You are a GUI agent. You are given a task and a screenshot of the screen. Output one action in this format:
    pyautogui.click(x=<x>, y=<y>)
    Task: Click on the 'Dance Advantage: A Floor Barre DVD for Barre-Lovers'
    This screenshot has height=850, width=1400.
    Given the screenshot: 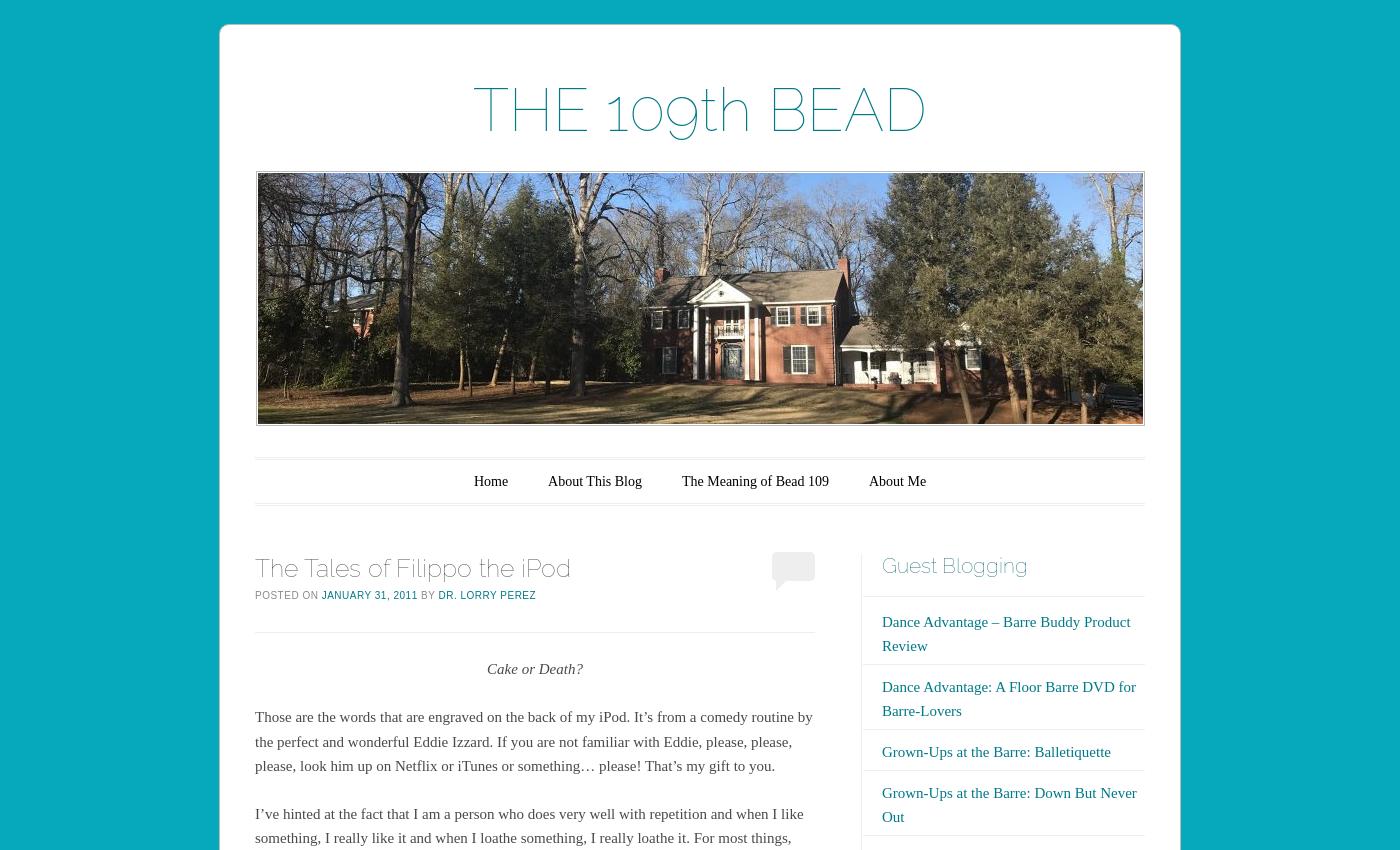 What is the action you would take?
    pyautogui.click(x=1008, y=697)
    